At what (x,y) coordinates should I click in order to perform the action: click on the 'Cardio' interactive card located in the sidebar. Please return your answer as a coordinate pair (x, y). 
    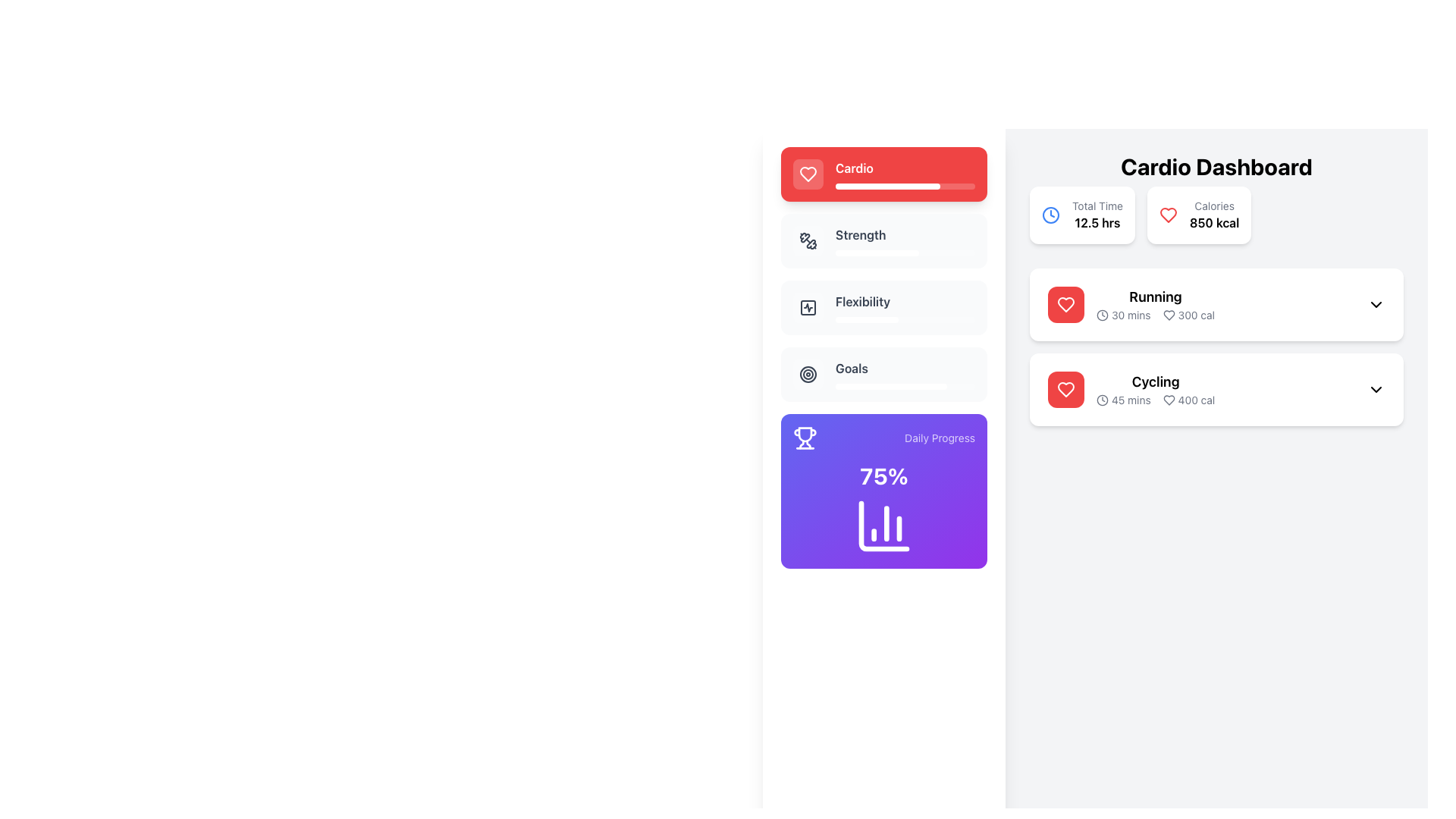
    Looking at the image, I should click on (884, 174).